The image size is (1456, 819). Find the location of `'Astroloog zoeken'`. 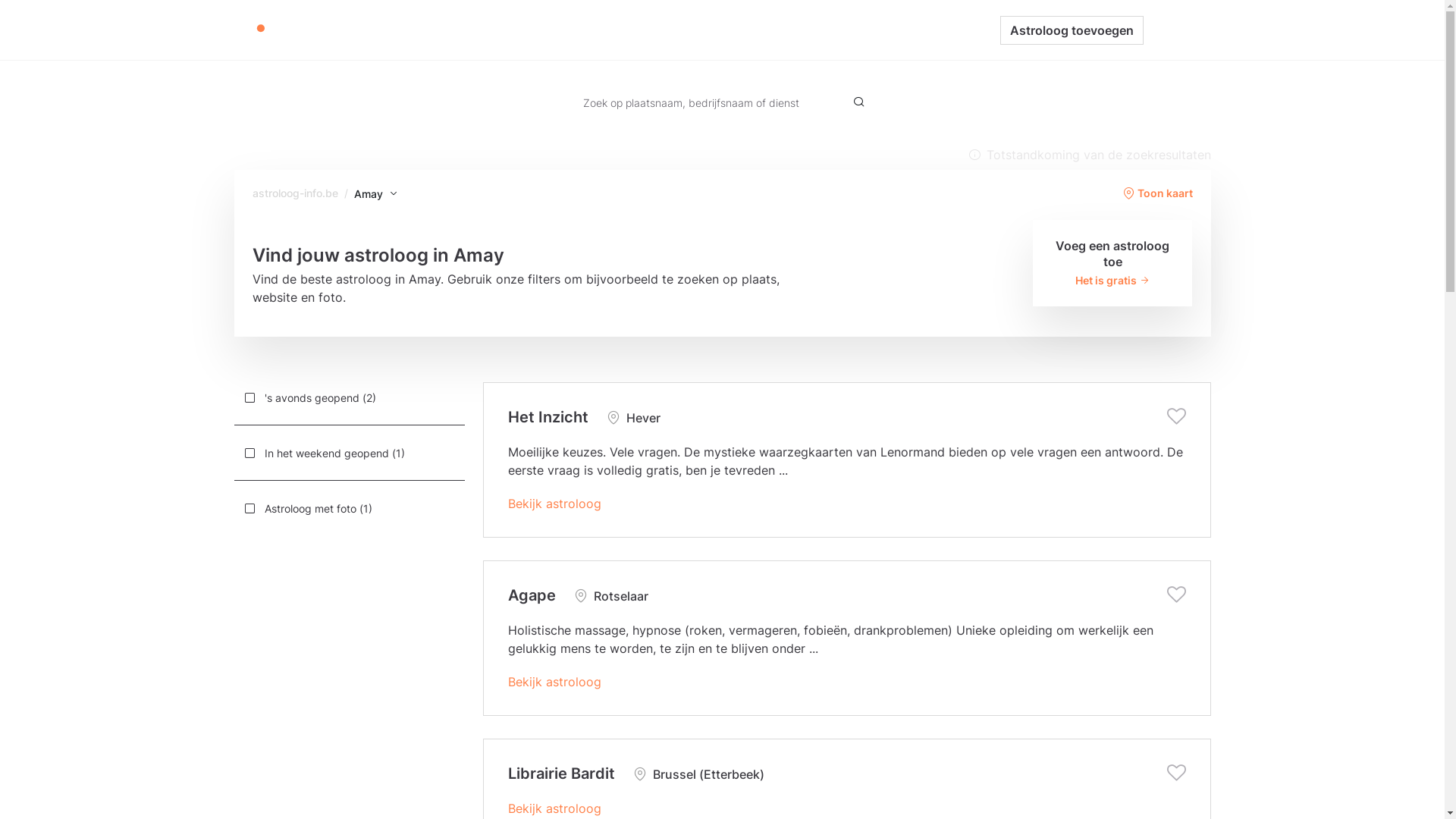

'Astroloog zoeken' is located at coordinates (629, 30).